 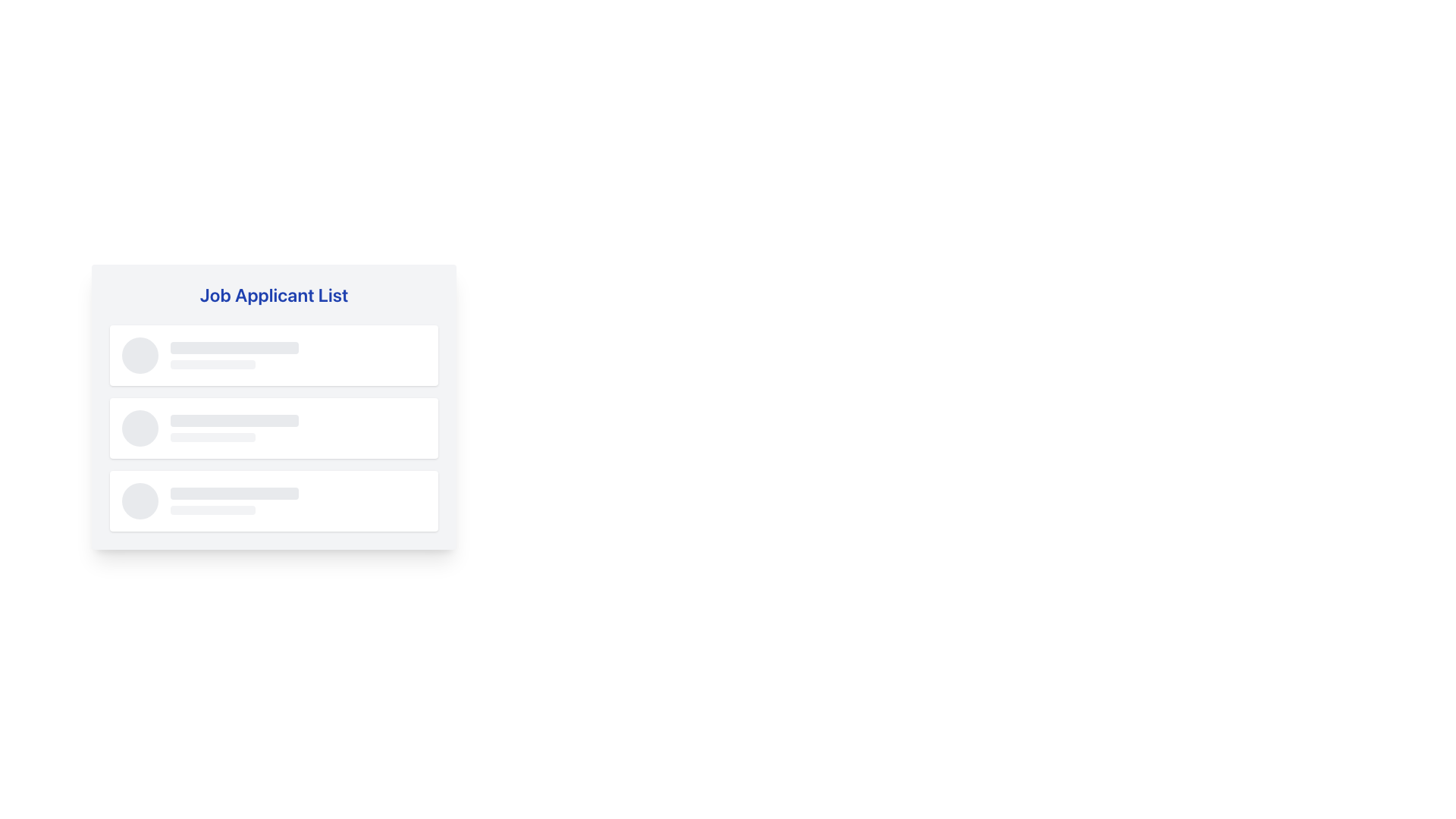 I want to click on the topmost List Item Placeholder in the Job Applicant List, which serves as a skeleton for a list item while data is loading, so click(x=274, y=356).